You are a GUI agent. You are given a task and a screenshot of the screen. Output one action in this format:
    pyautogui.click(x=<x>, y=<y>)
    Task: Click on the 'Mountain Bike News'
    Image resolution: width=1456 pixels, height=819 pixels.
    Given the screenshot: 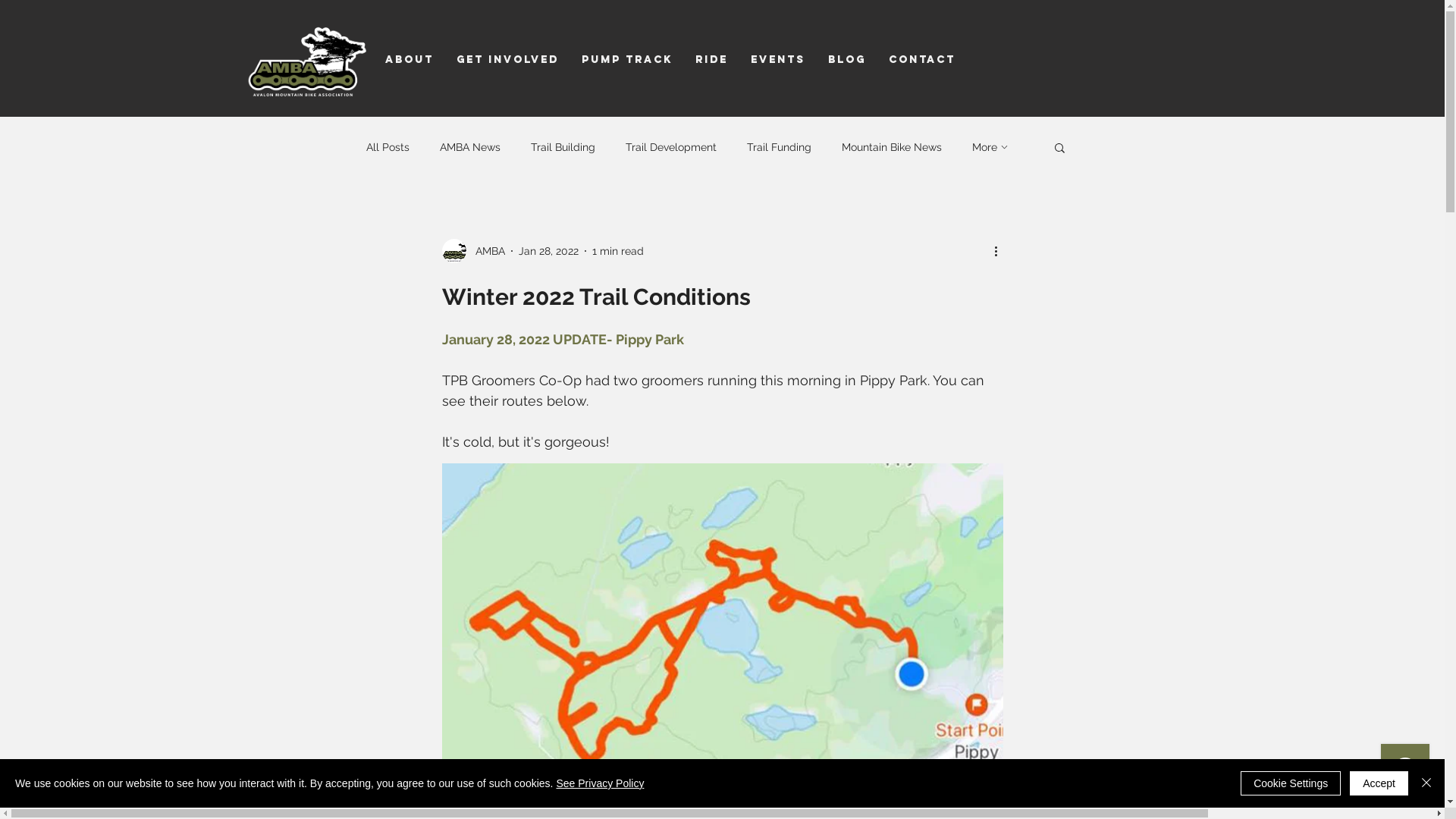 What is the action you would take?
    pyautogui.click(x=892, y=146)
    